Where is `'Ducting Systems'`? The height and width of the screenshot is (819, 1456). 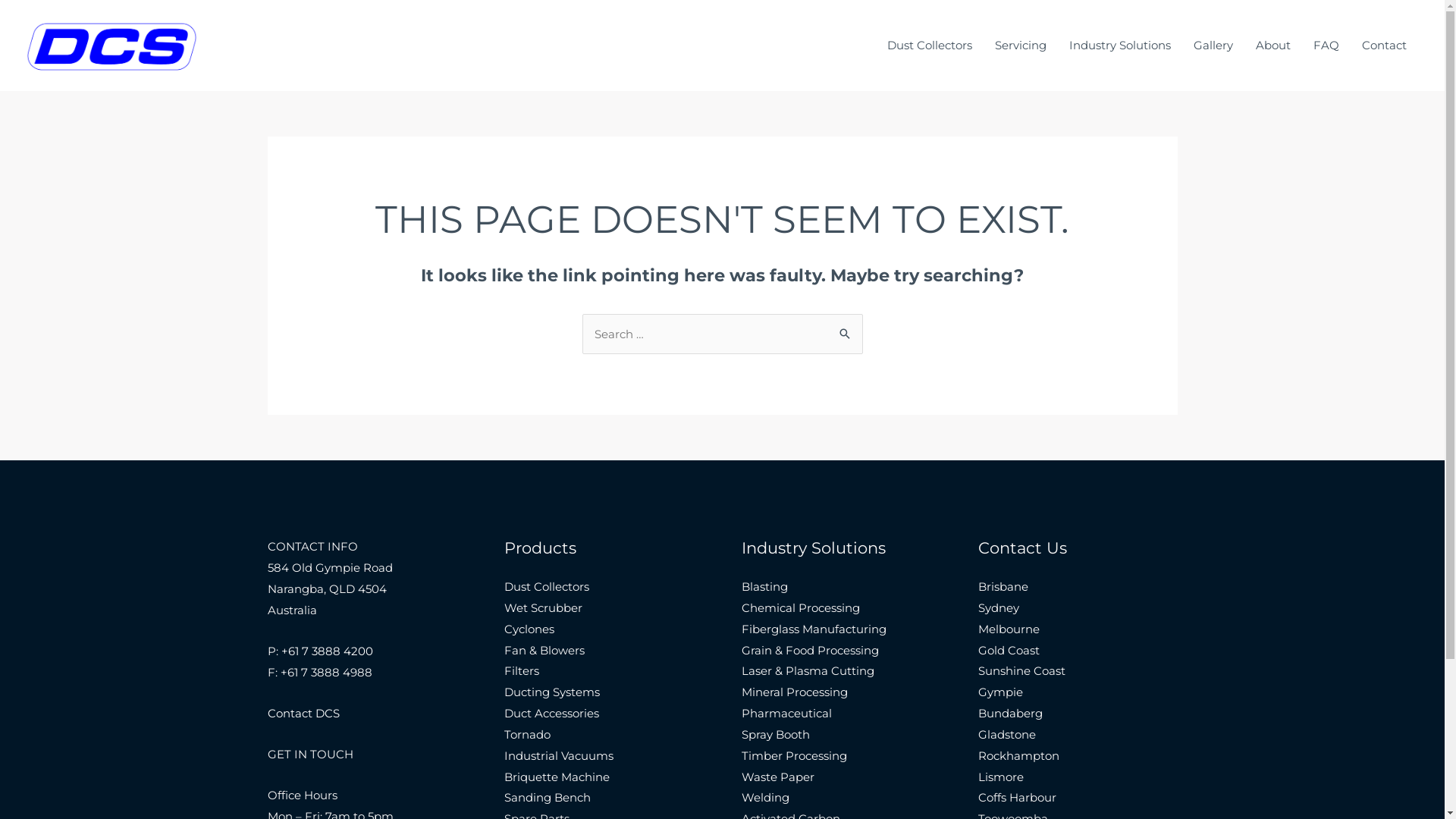
'Ducting Systems' is located at coordinates (551, 692).